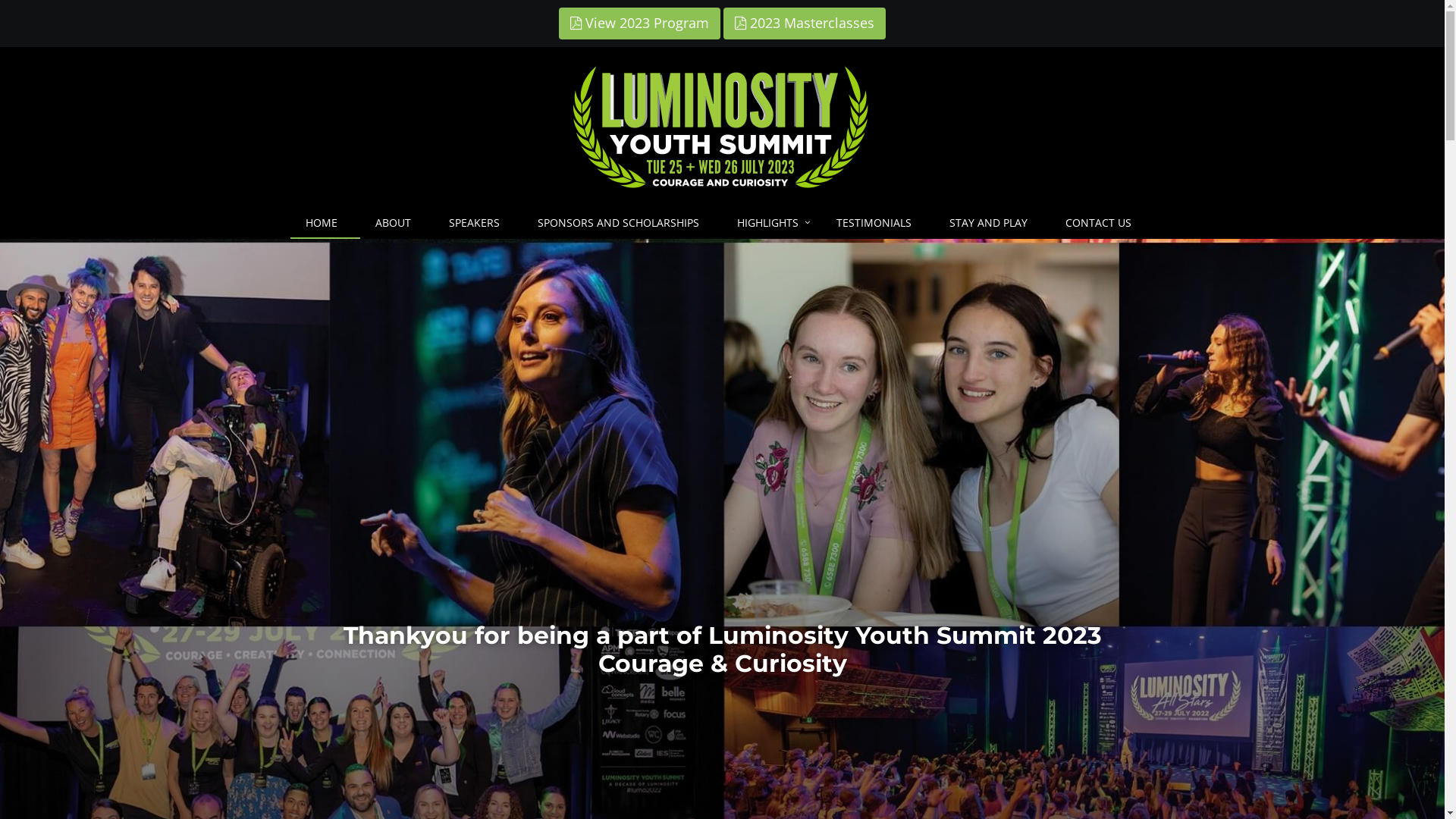 This screenshot has width=1456, height=819. I want to click on 'HIGHLIGHTS', so click(720, 222).